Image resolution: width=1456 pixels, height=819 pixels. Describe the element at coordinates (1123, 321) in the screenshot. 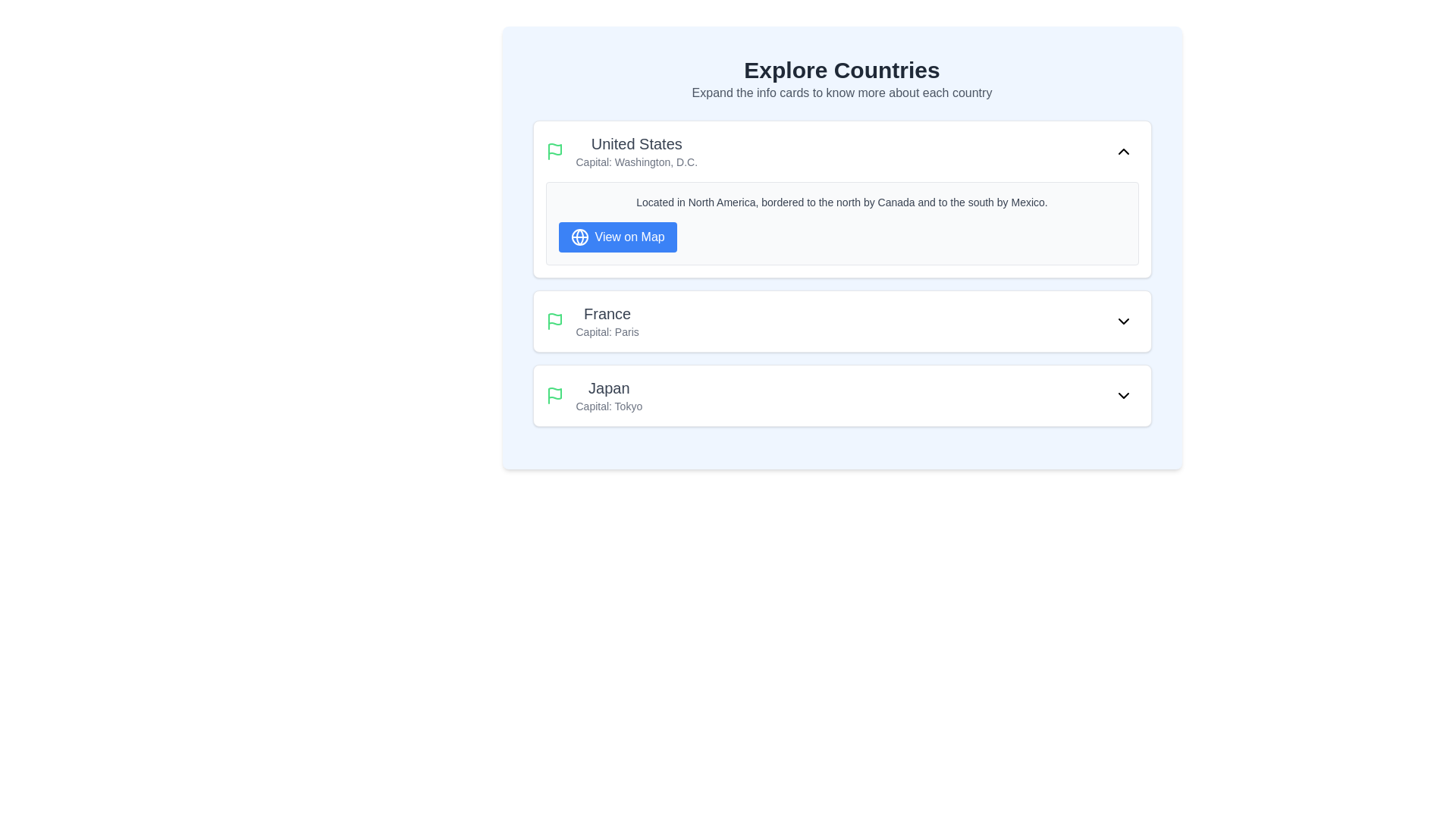

I see `the Dropdown toggle button with a downward-pointing chevron icon located at the right end of the 'France' list item, following the text 'Capital: Paris'` at that location.